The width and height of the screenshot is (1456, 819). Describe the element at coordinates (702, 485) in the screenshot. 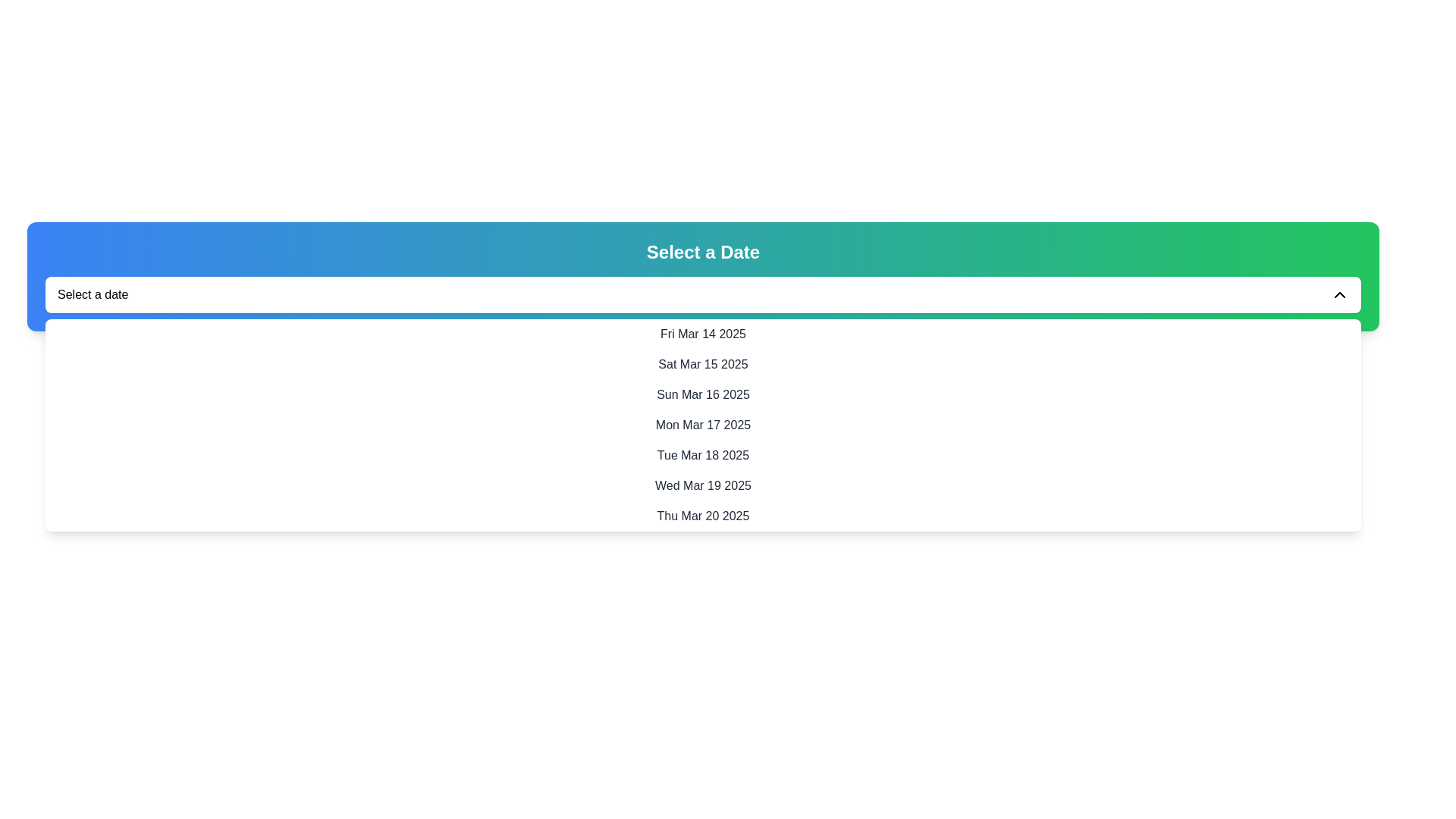

I see `the sixth list item in the dropdown menu` at that location.